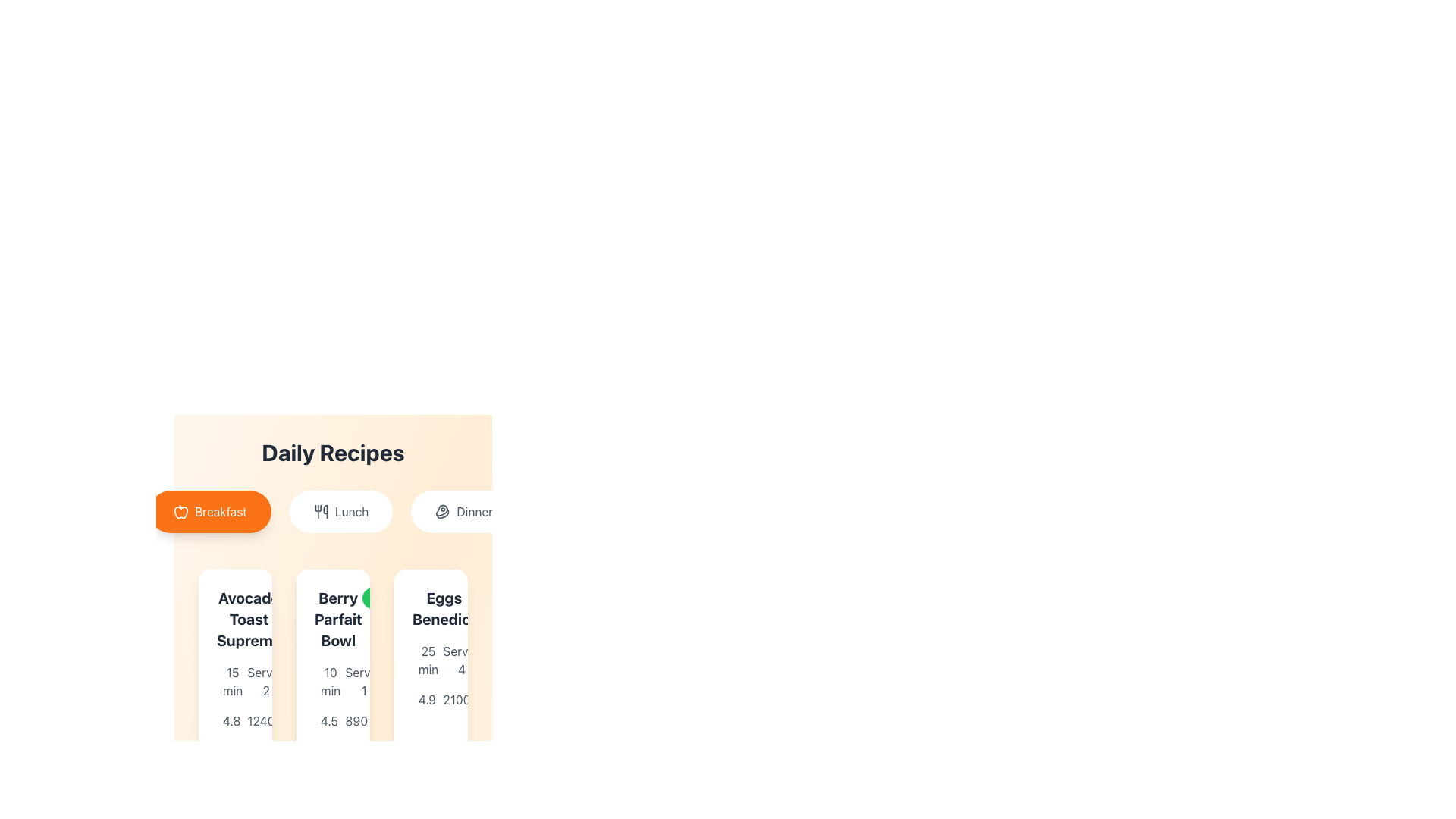 The height and width of the screenshot is (819, 1456). What do you see at coordinates (224, 721) in the screenshot?
I see `the star rating icon located beneath the 'Avocado Toast Supreme' recipe card in the 'Daily Recipes' section` at bounding box center [224, 721].